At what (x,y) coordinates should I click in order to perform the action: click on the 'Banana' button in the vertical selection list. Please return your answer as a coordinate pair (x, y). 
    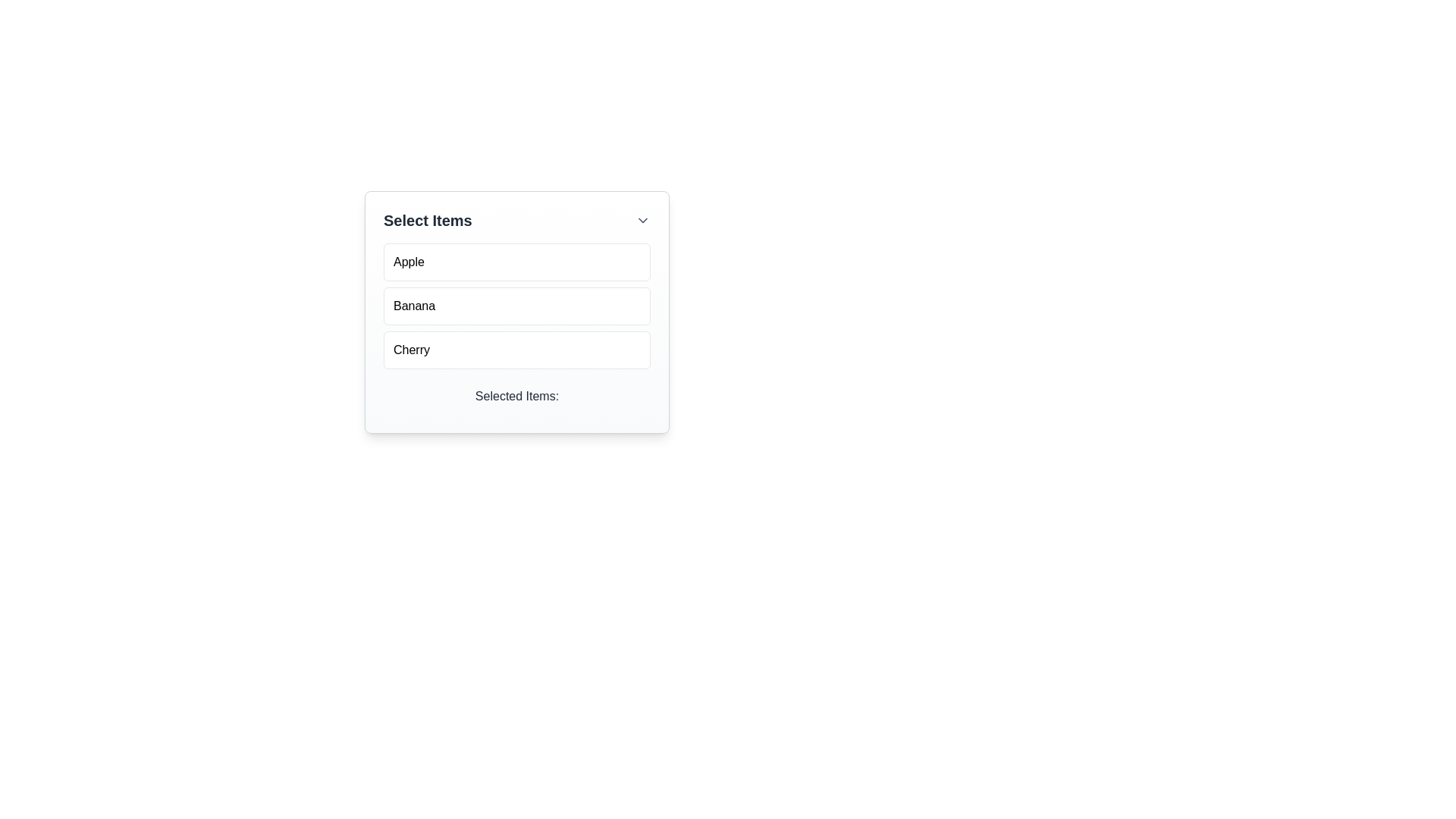
    Looking at the image, I should click on (516, 312).